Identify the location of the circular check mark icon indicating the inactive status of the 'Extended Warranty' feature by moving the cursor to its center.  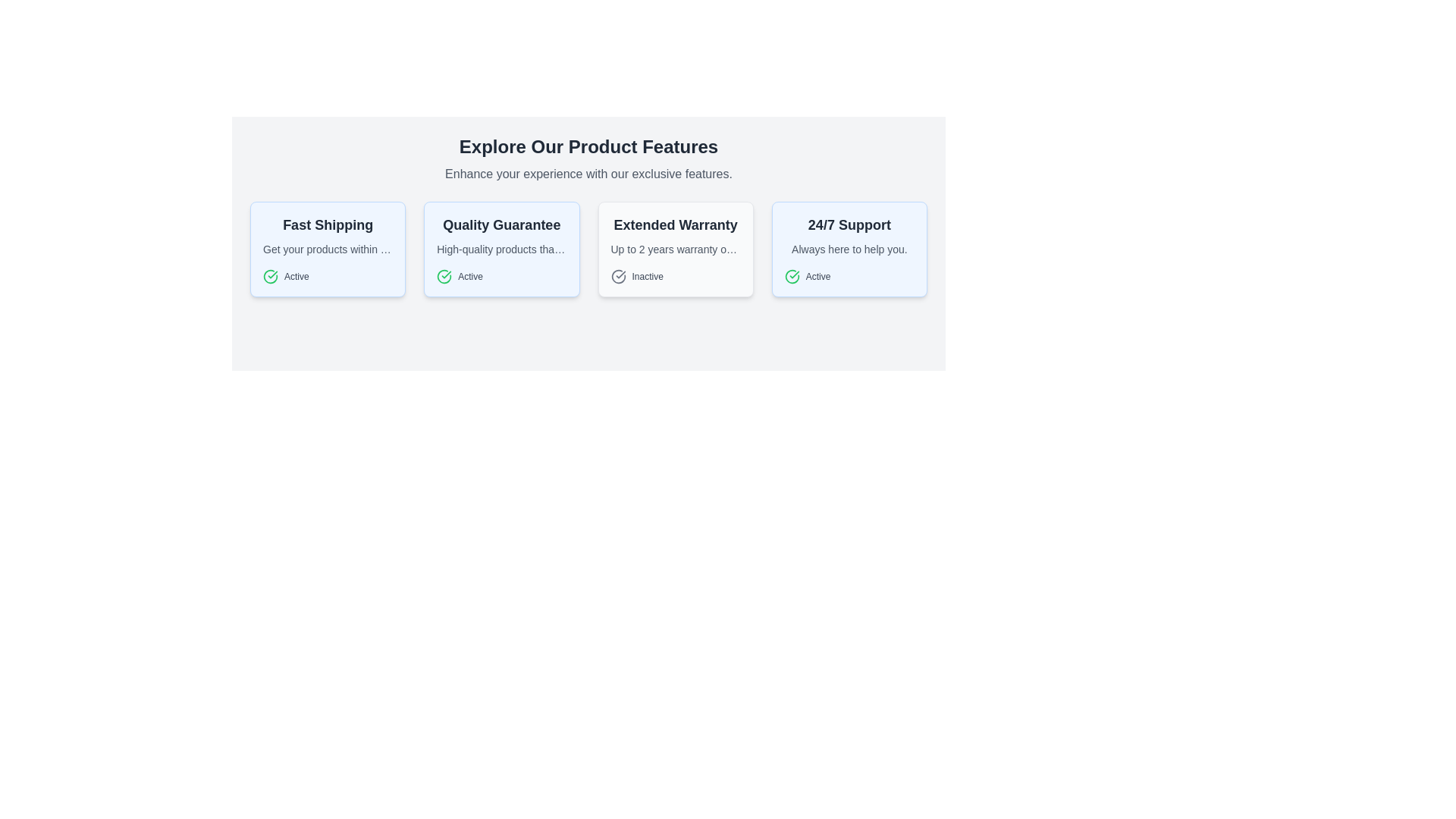
(618, 277).